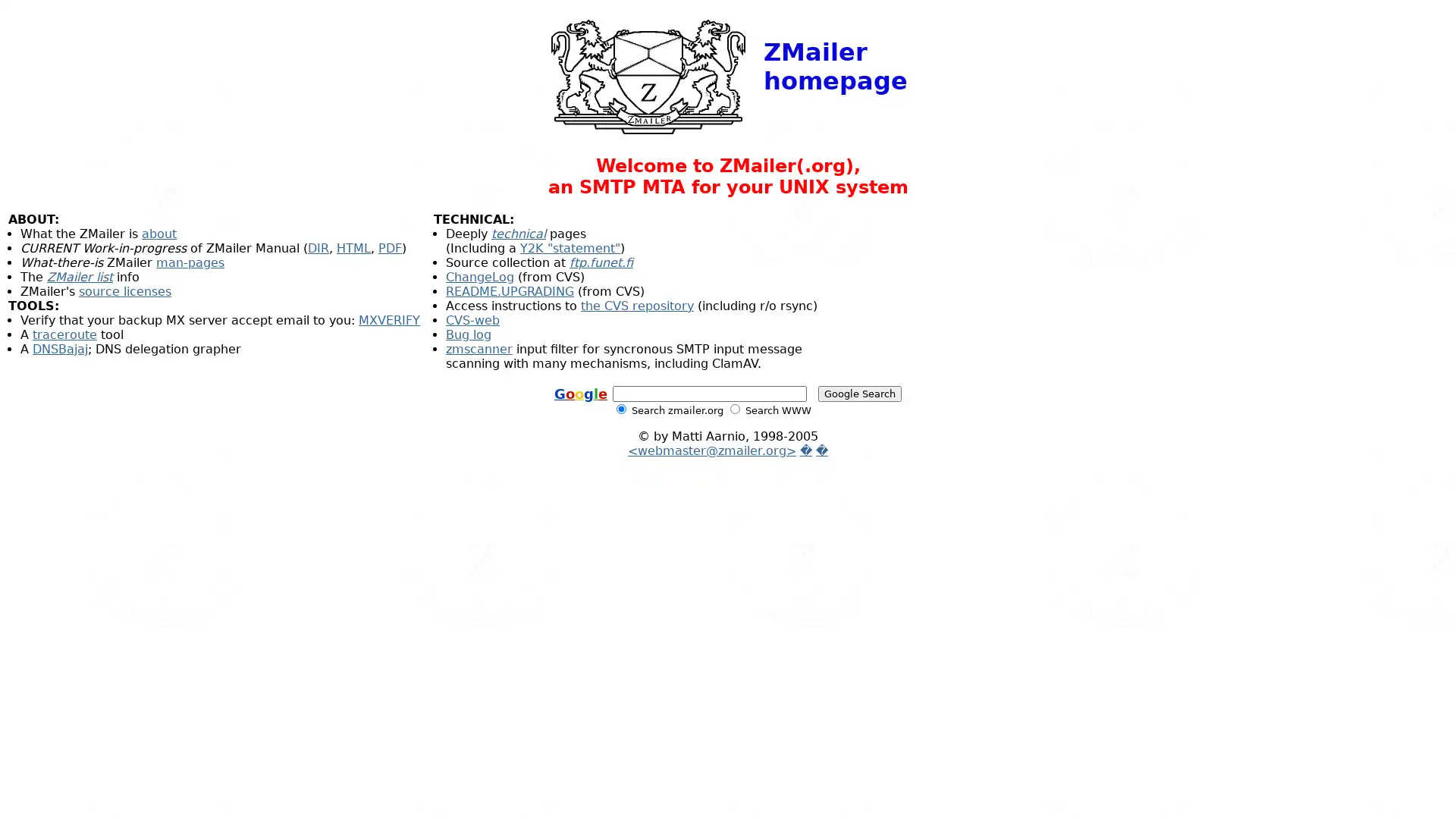  What do you see at coordinates (859, 393) in the screenshot?
I see `Google Search` at bounding box center [859, 393].